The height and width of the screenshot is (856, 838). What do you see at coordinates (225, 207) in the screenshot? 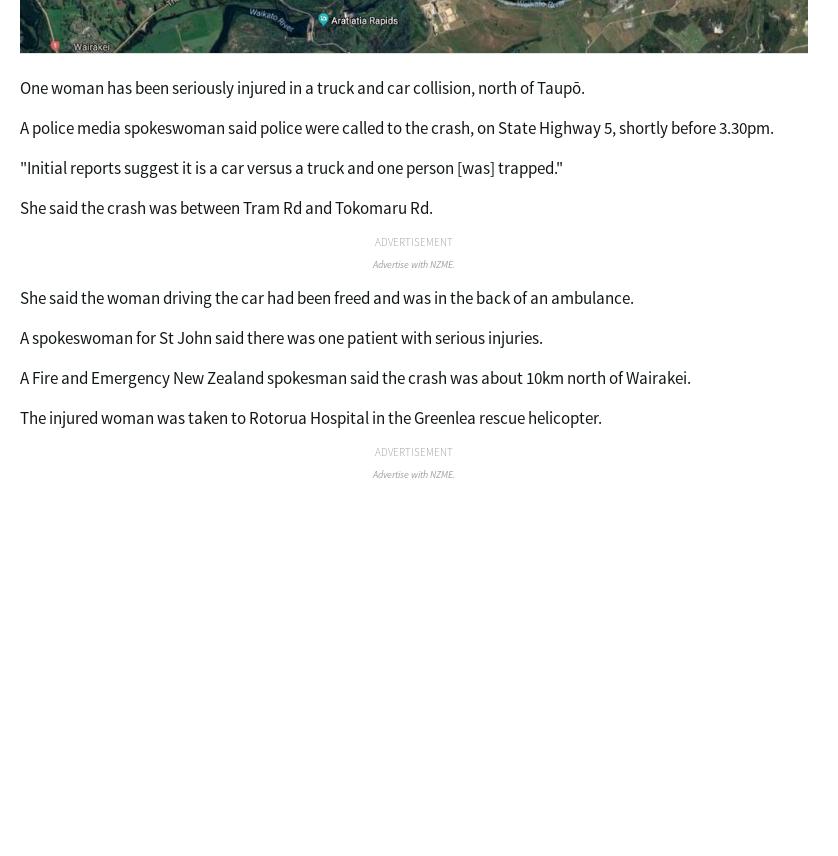
I see `'She said the crash was between Tram Rd and Tokomaru Rd.'` at bounding box center [225, 207].